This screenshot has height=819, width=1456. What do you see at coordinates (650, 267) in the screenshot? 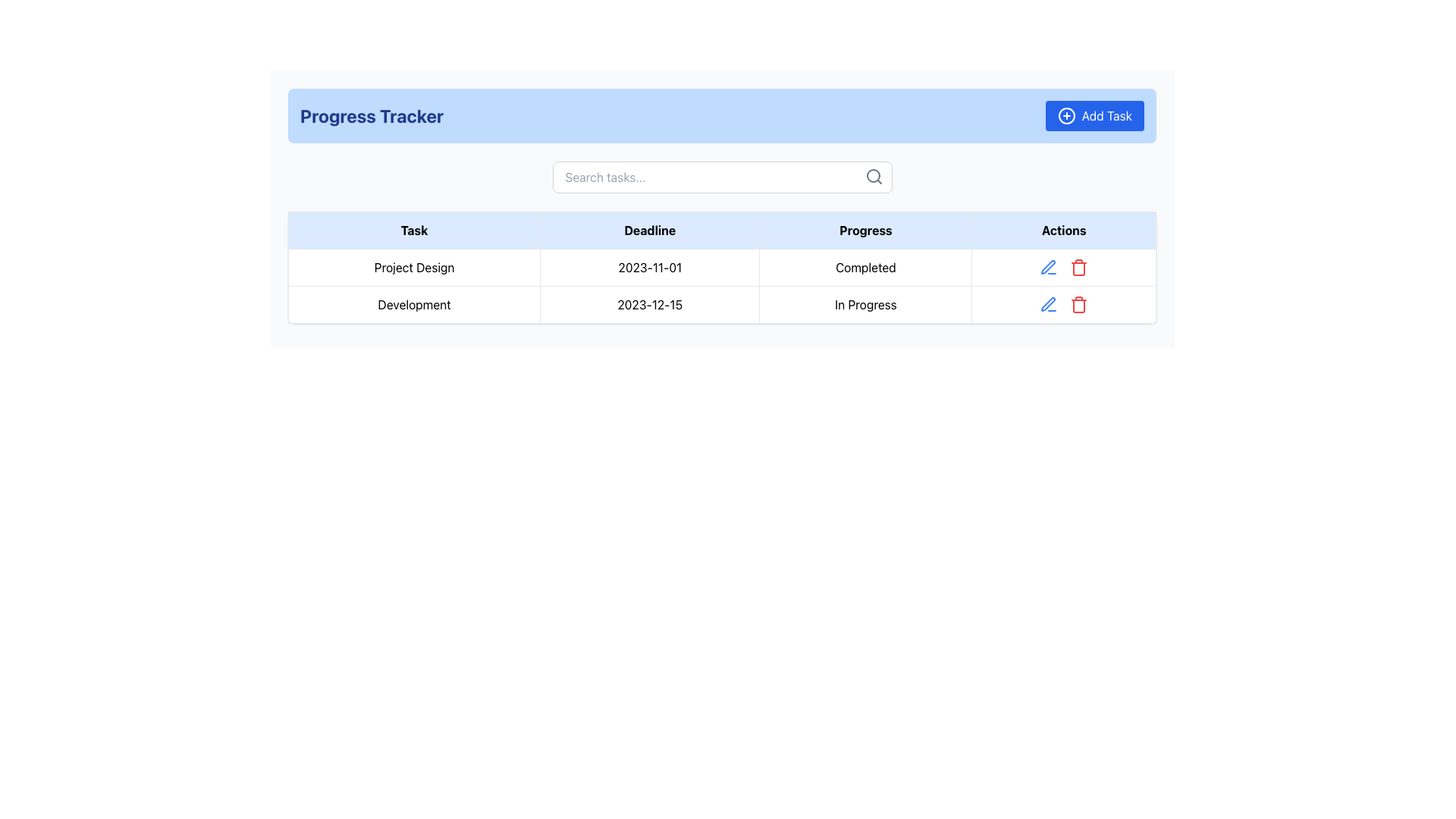
I see `the Text element displaying the deadline date for 'Project Design' in the second column of the table` at bounding box center [650, 267].